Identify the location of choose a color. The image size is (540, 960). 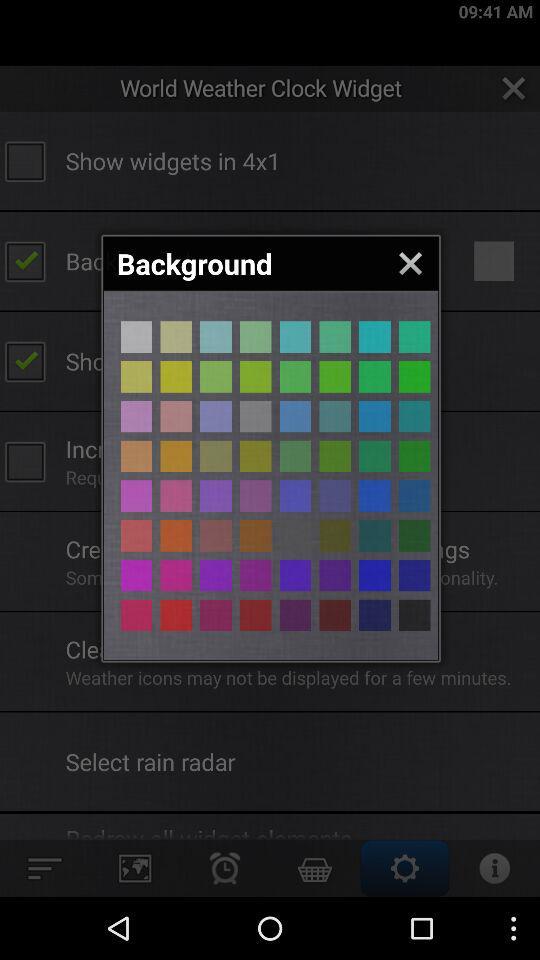
(176, 456).